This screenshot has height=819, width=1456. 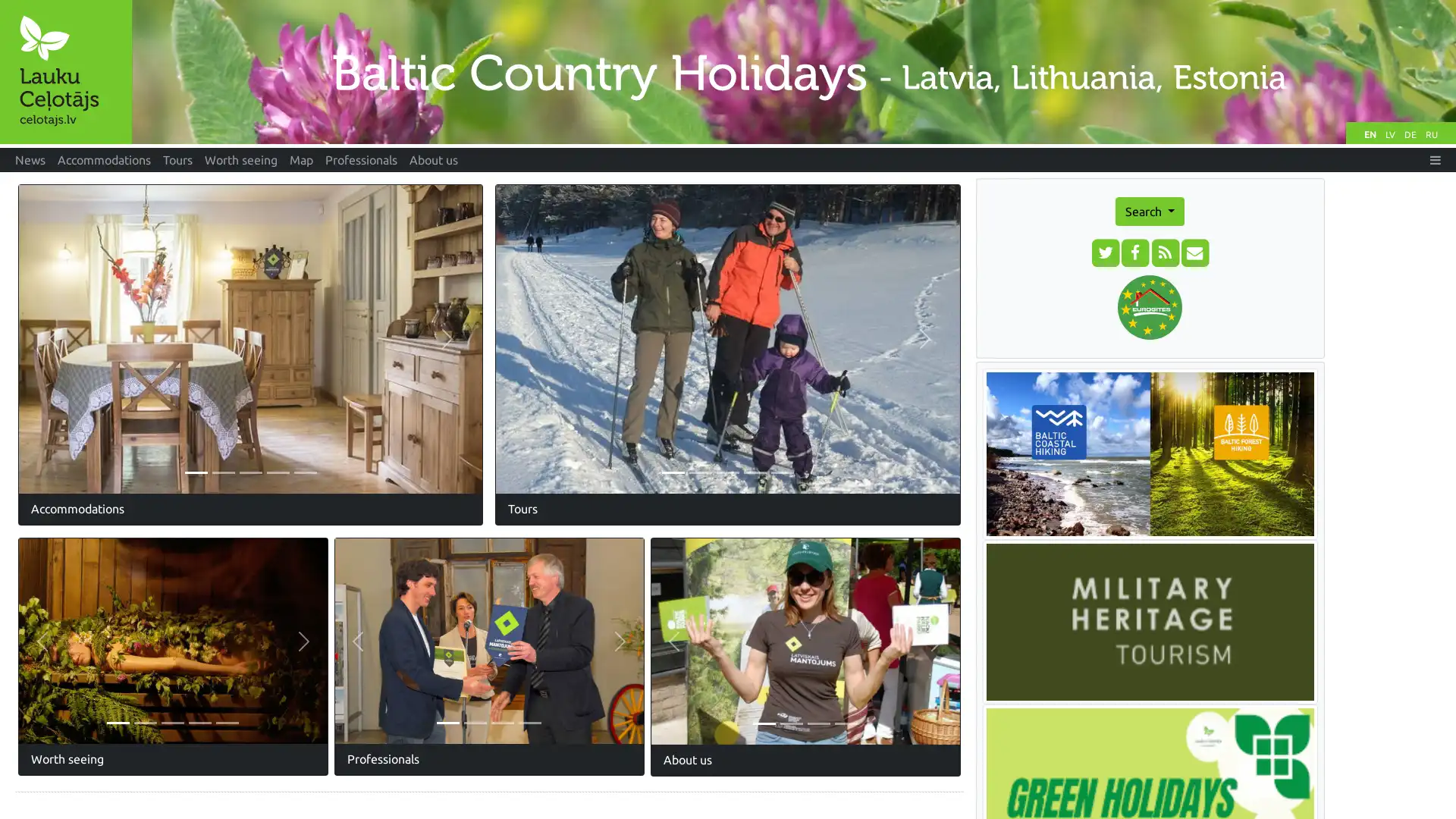 I want to click on Next, so click(x=924, y=338).